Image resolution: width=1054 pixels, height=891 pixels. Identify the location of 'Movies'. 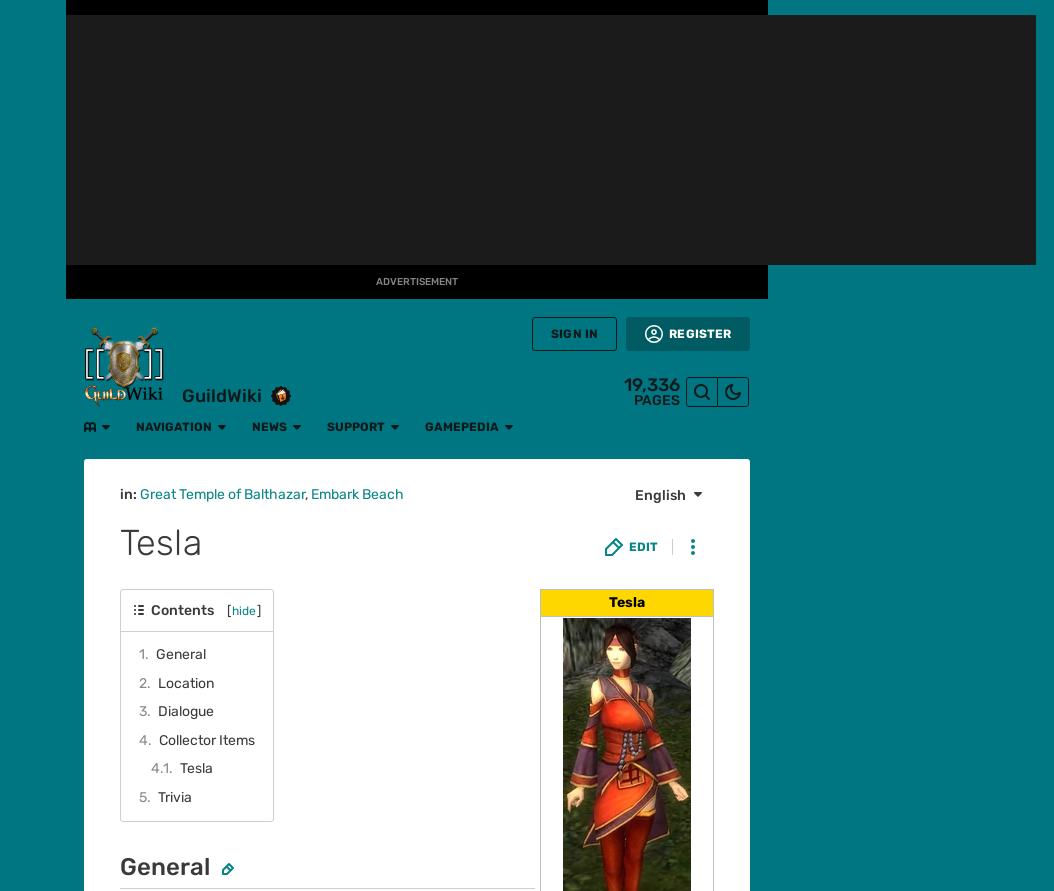
(14, 429).